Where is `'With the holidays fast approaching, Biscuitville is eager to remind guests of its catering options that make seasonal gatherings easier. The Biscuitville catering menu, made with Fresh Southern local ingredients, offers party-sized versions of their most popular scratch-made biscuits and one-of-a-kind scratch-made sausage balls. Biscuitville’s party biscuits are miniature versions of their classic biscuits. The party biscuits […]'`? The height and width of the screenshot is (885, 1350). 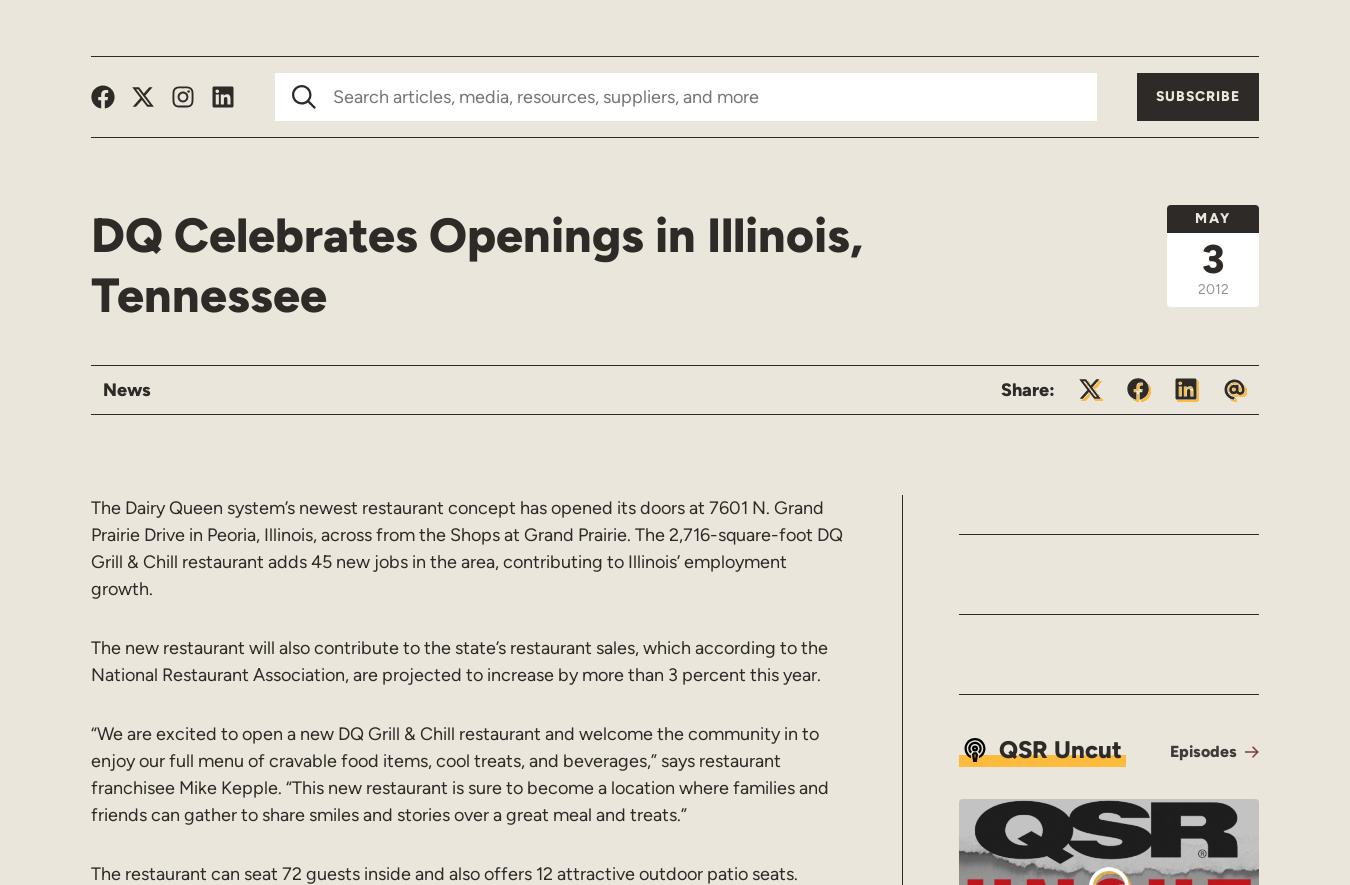 'With the holidays fast approaching, Biscuitville is eager to remind guests of its catering options that make seasonal gatherings easier. The Biscuitville catering menu, made with Fresh Southern local ingredients, offers party-sized versions of their most popular scratch-made biscuits and one-of-a-kind scratch-made sausage balls. Biscuitville’s party biscuits are miniature versions of their classic biscuits. The party biscuits […]' is located at coordinates (825, 597).